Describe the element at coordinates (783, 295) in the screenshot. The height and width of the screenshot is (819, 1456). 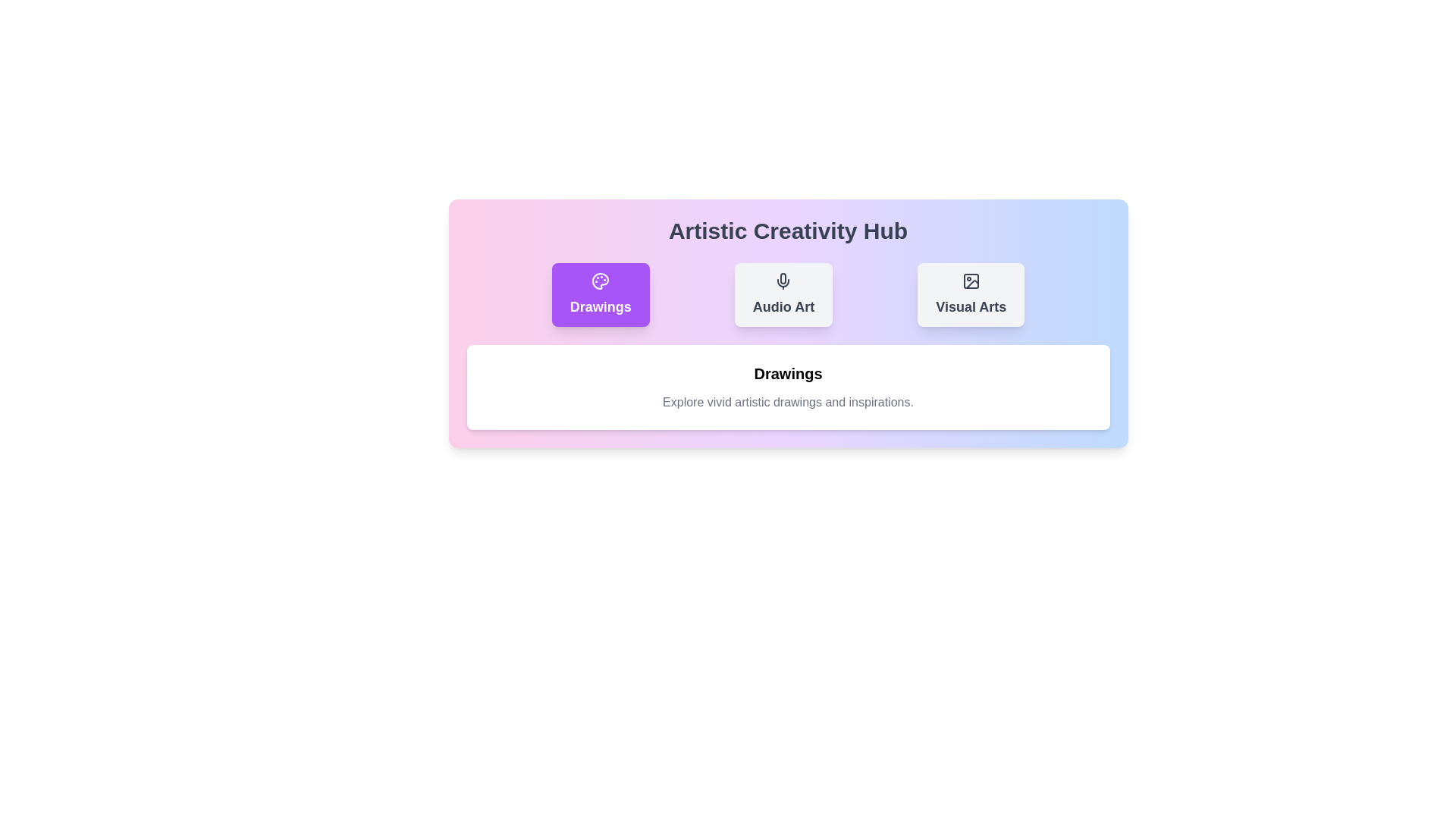
I see `the tab labeled Audio Art` at that location.